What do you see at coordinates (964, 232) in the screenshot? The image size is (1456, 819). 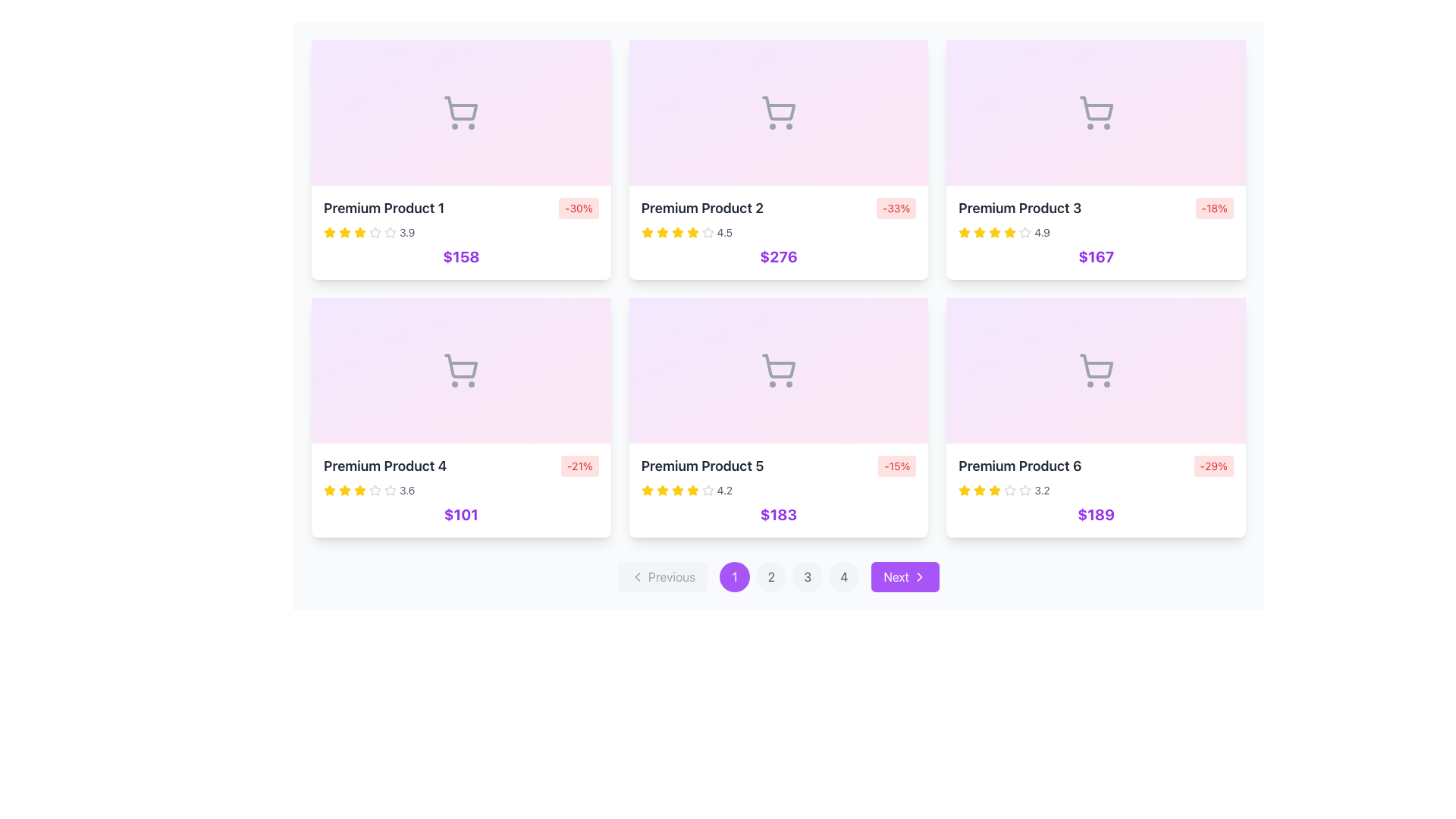 I see `the fifth star icon in the rating system for the product labeled 'Premium Product 3' to rate it` at bounding box center [964, 232].